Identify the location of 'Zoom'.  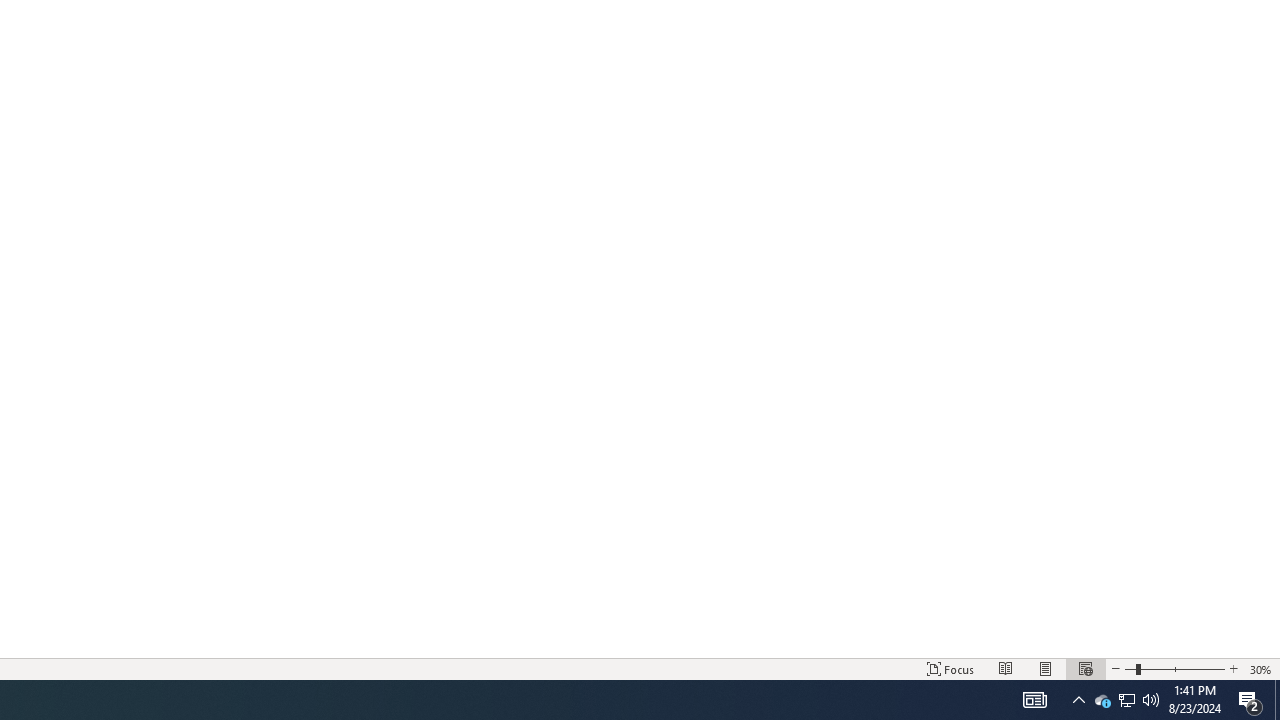
(1175, 669).